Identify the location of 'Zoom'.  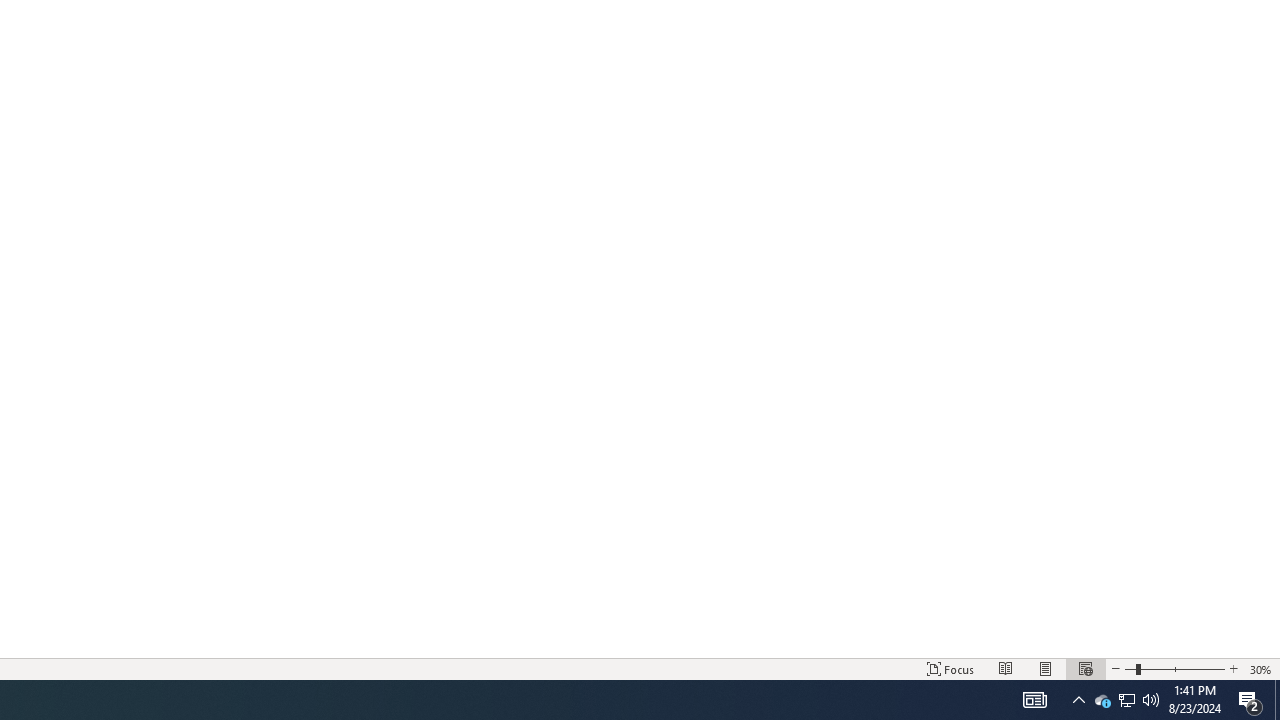
(1175, 669).